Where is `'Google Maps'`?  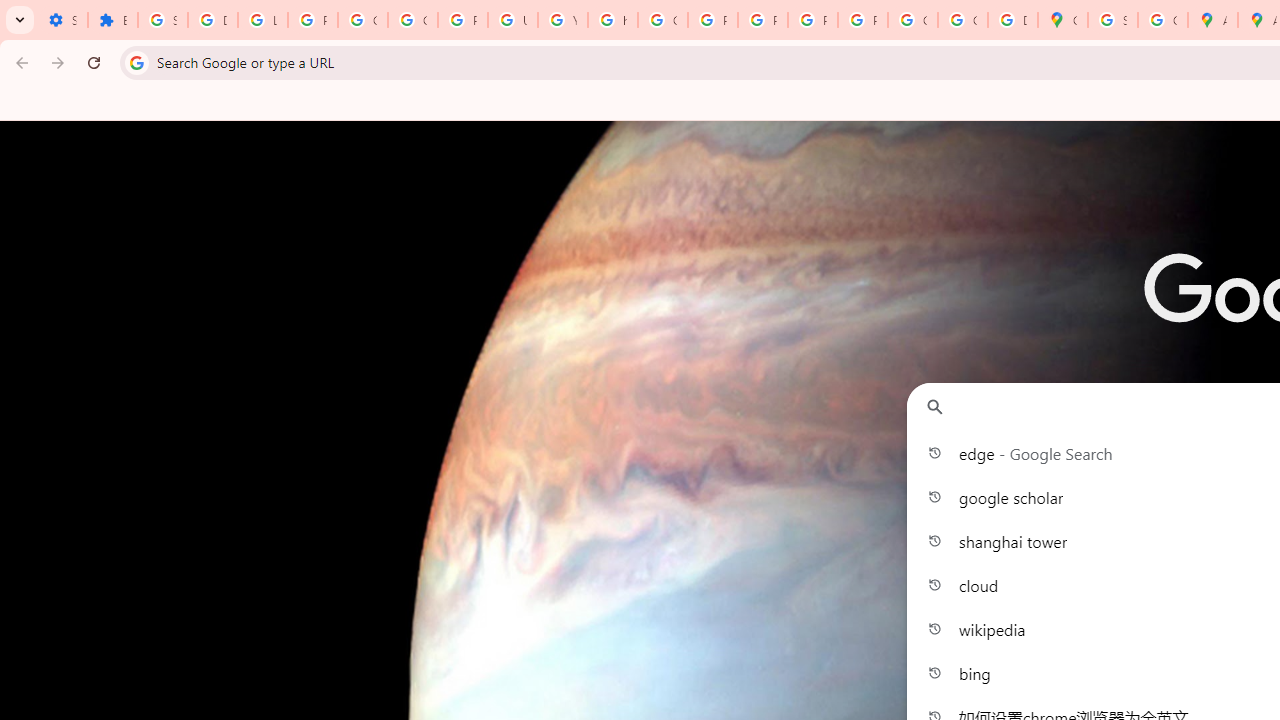 'Google Maps' is located at coordinates (1062, 20).